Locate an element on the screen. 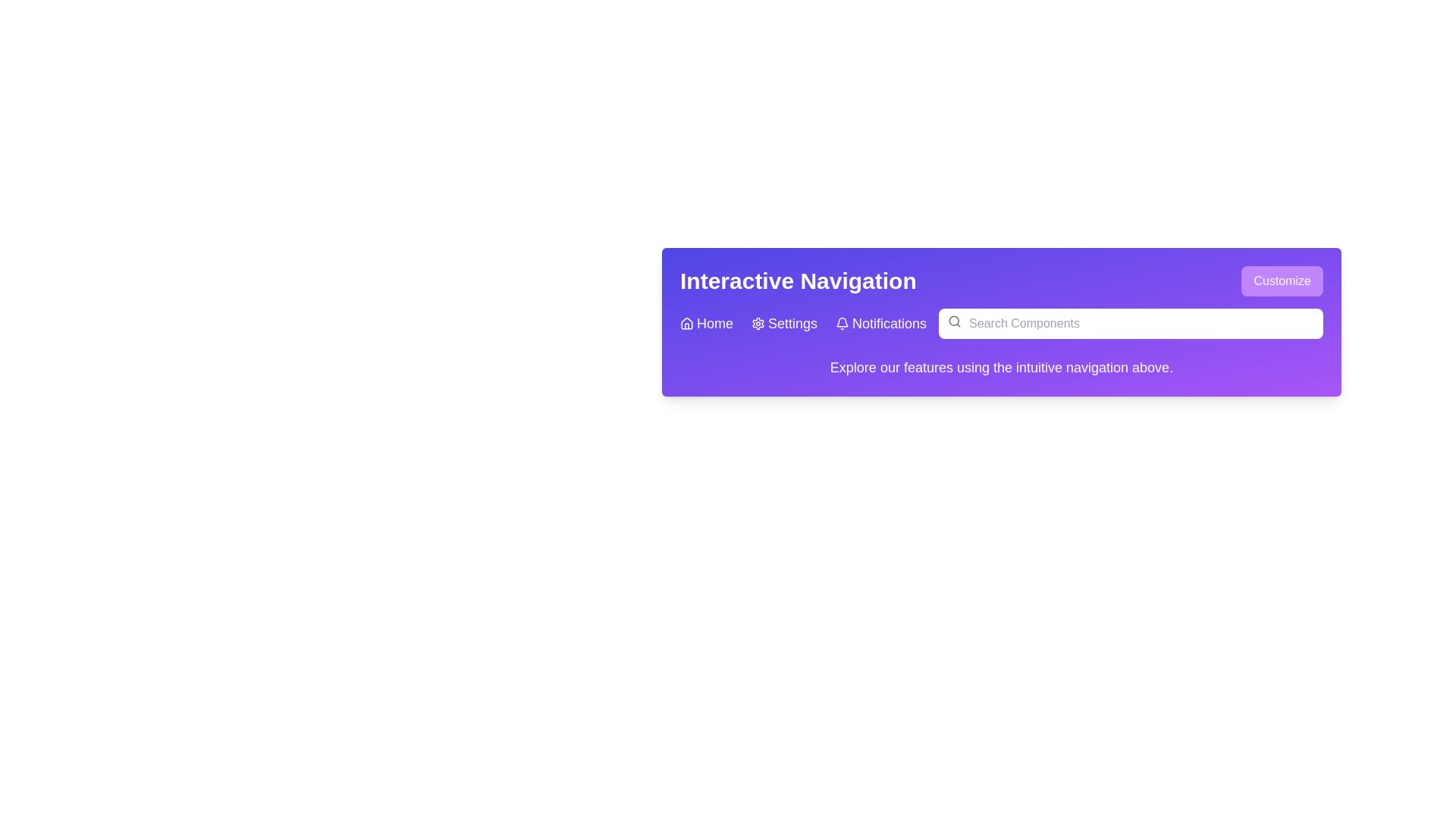 Image resolution: width=1456 pixels, height=819 pixels. the bell icon located in the 'Notifications' section of the navigation bar is located at coordinates (842, 323).